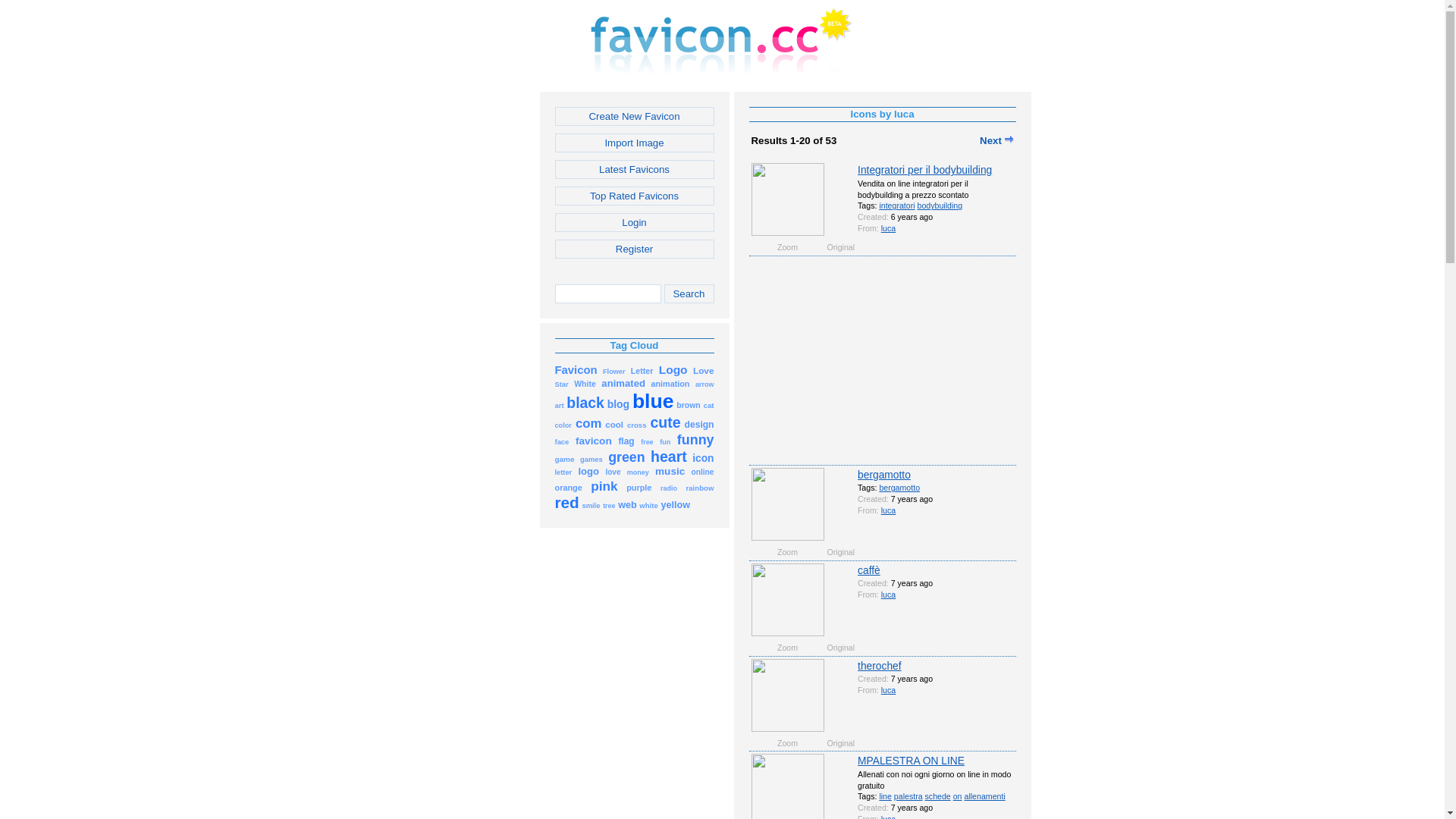  I want to click on 'MPALESTRA ON LINE', so click(858, 760).